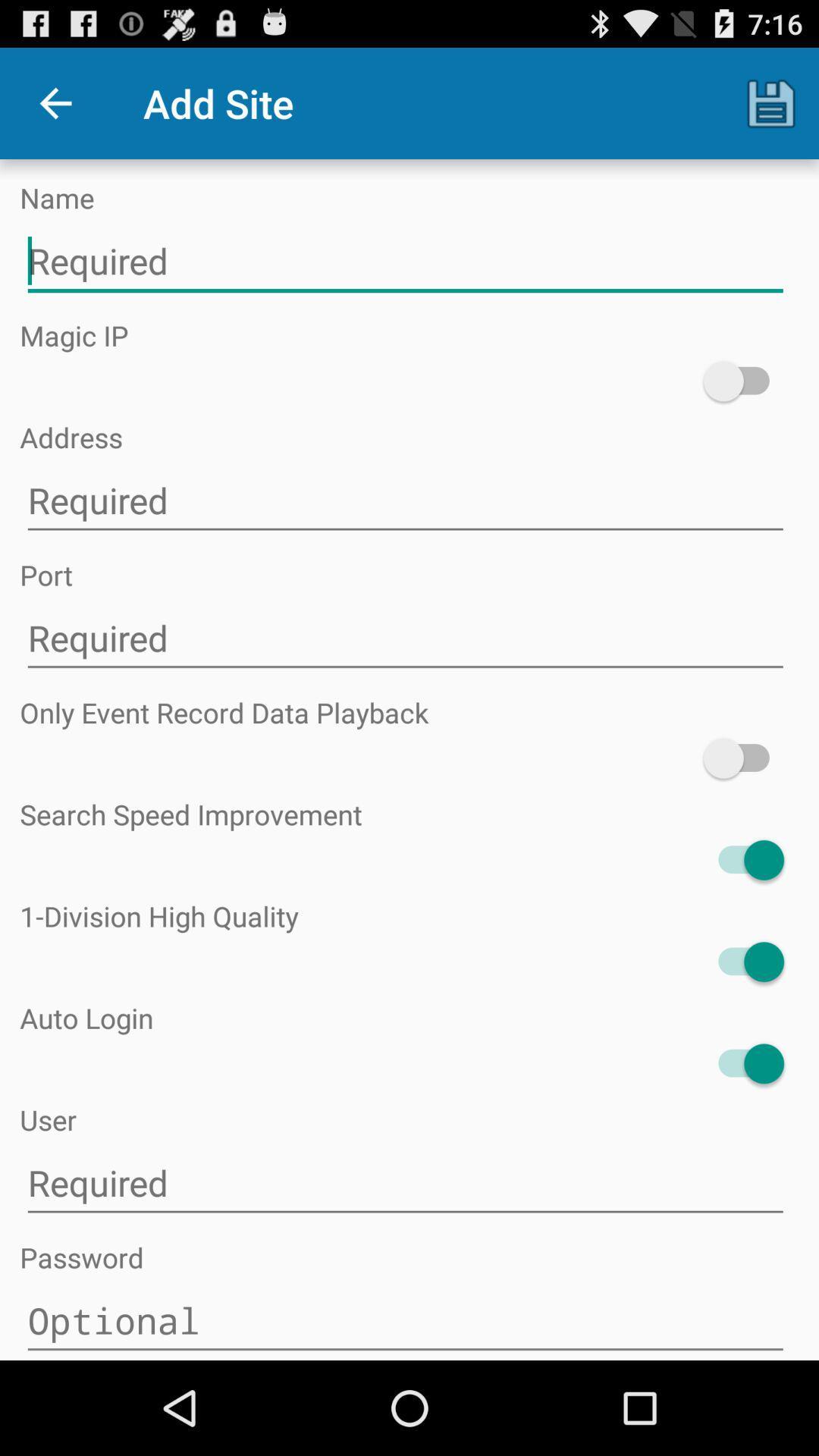 The height and width of the screenshot is (1456, 819). What do you see at coordinates (742, 961) in the screenshot?
I see `the item below the 1 division high icon` at bounding box center [742, 961].